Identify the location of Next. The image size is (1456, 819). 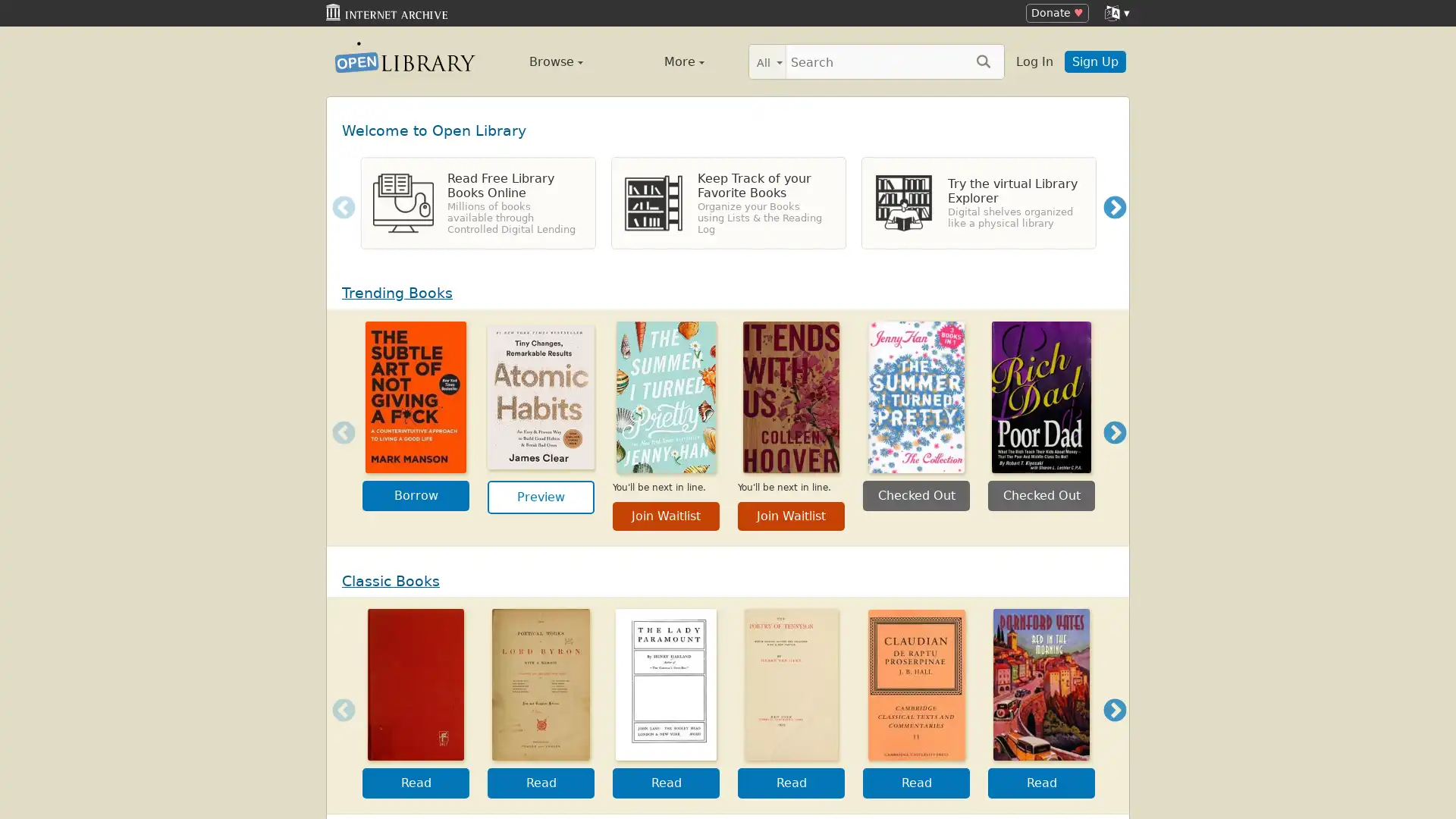
(1115, 208).